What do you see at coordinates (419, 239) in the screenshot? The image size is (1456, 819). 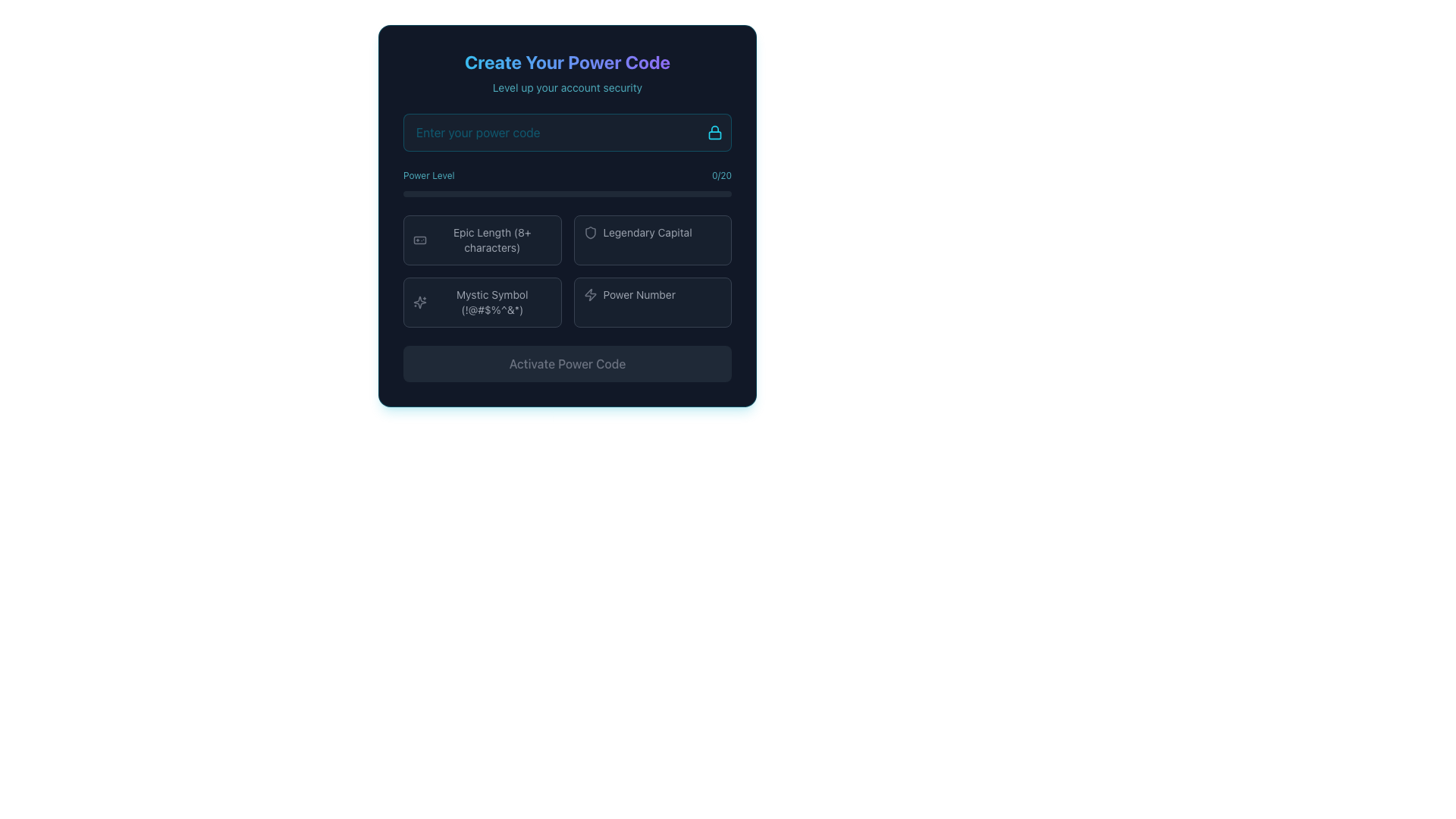 I see `the gamepad icon representing 'Epic Length' in the 'Power Level' section, which is the first icon in a row of descriptive elements` at bounding box center [419, 239].